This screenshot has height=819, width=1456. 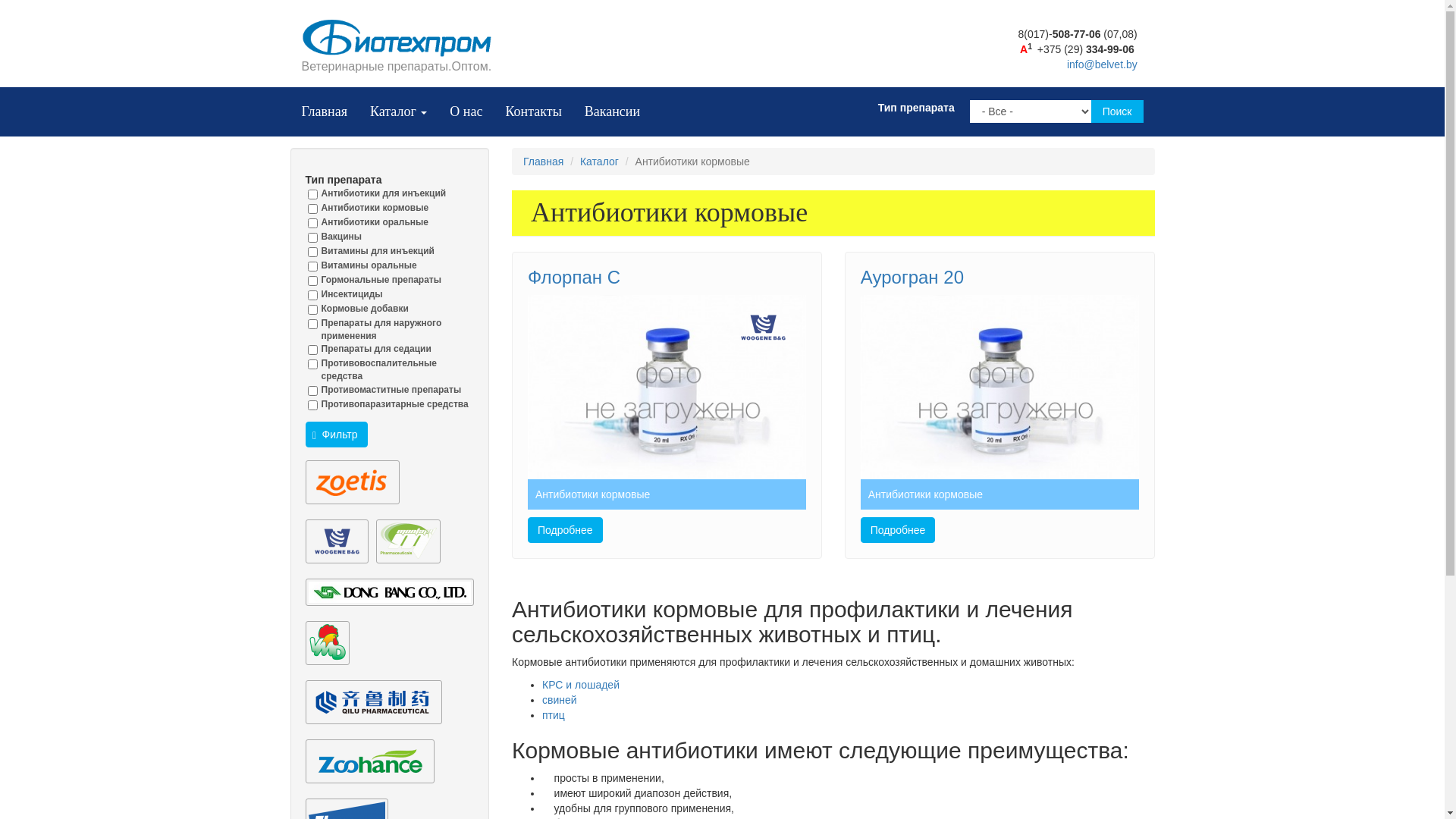 I want to click on 'Montajat', so click(x=408, y=540).